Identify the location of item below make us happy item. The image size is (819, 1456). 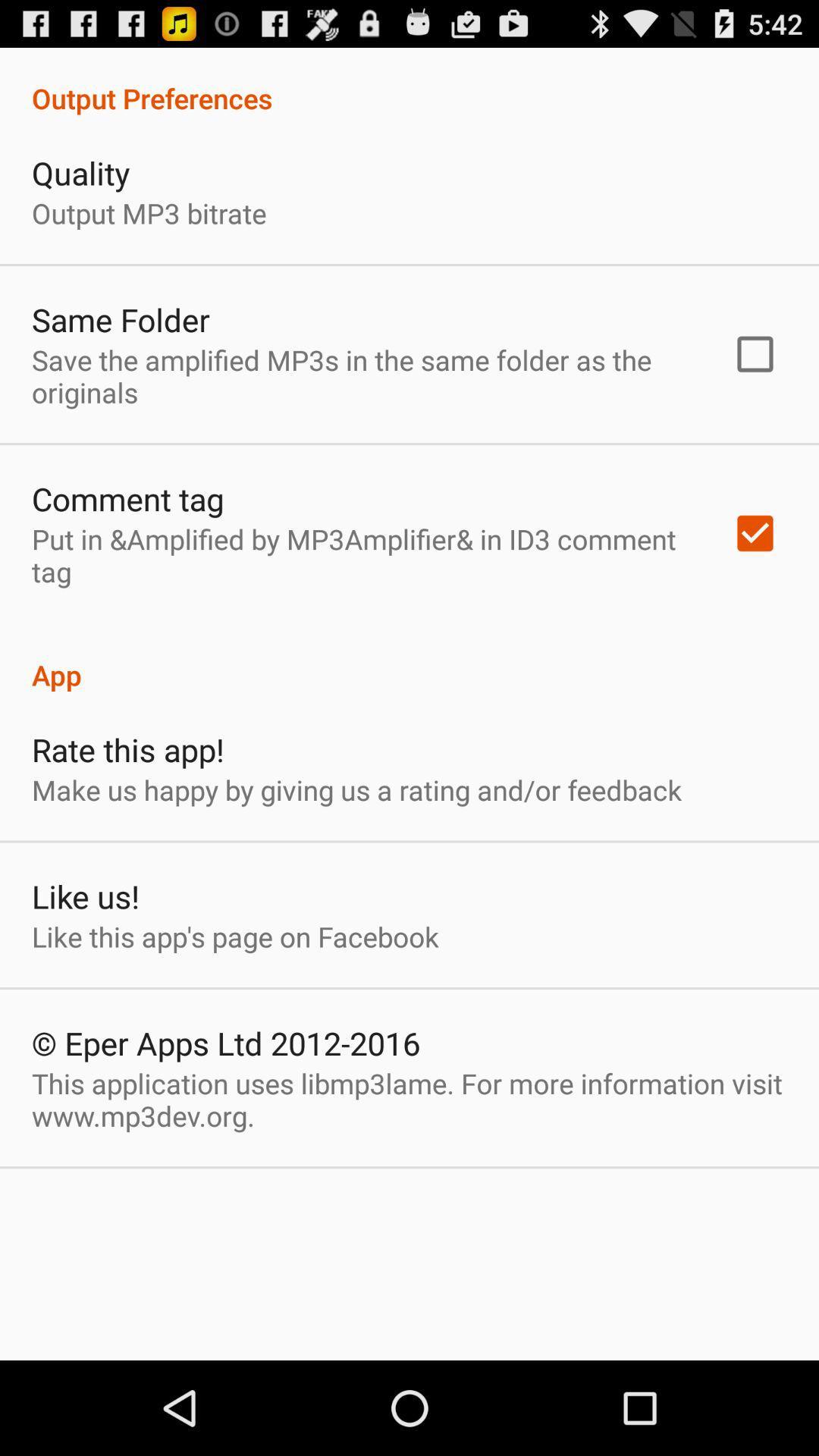
(85, 896).